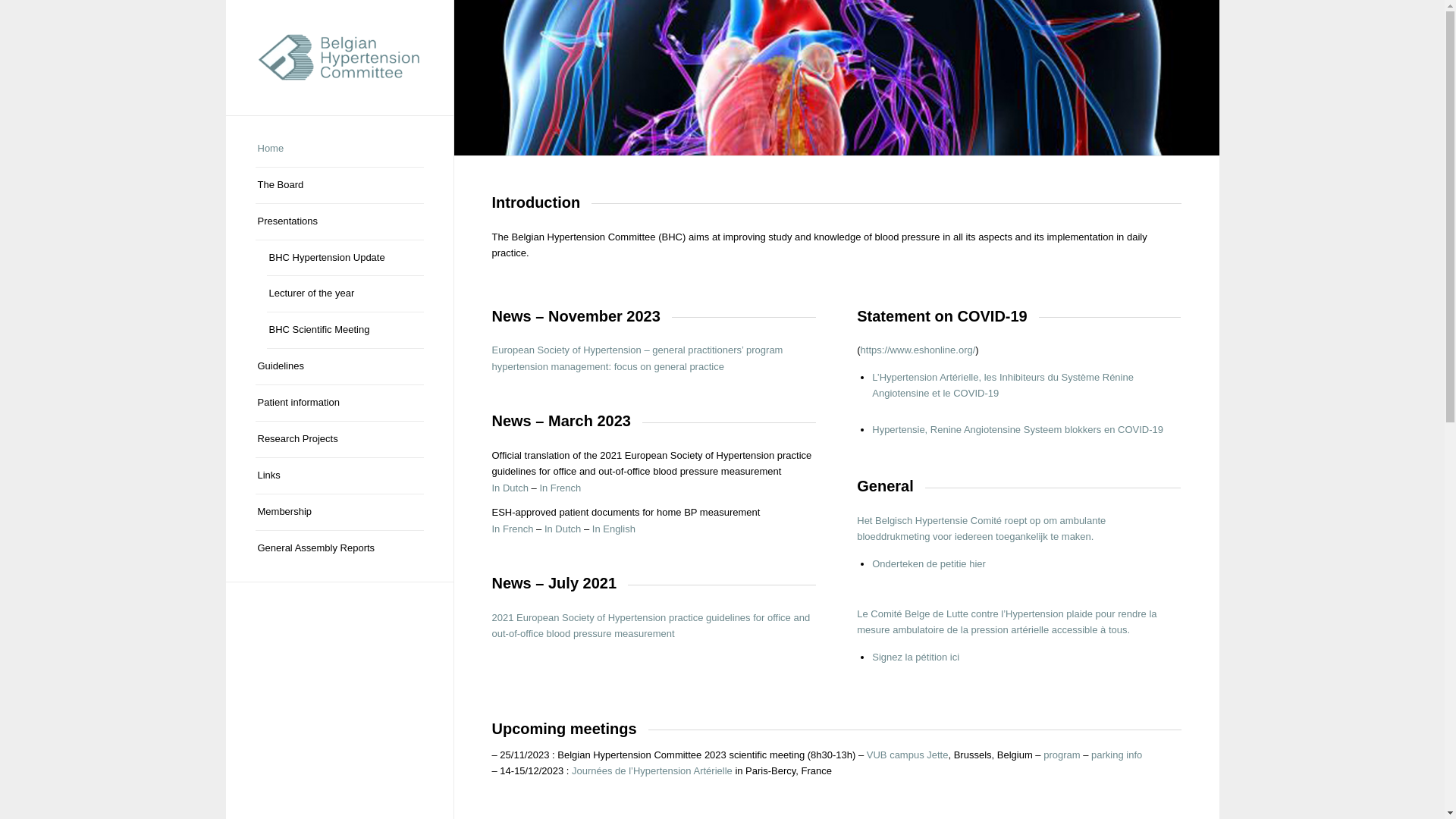 This screenshot has width=1456, height=819. What do you see at coordinates (591, 528) in the screenshot?
I see `'In English'` at bounding box center [591, 528].